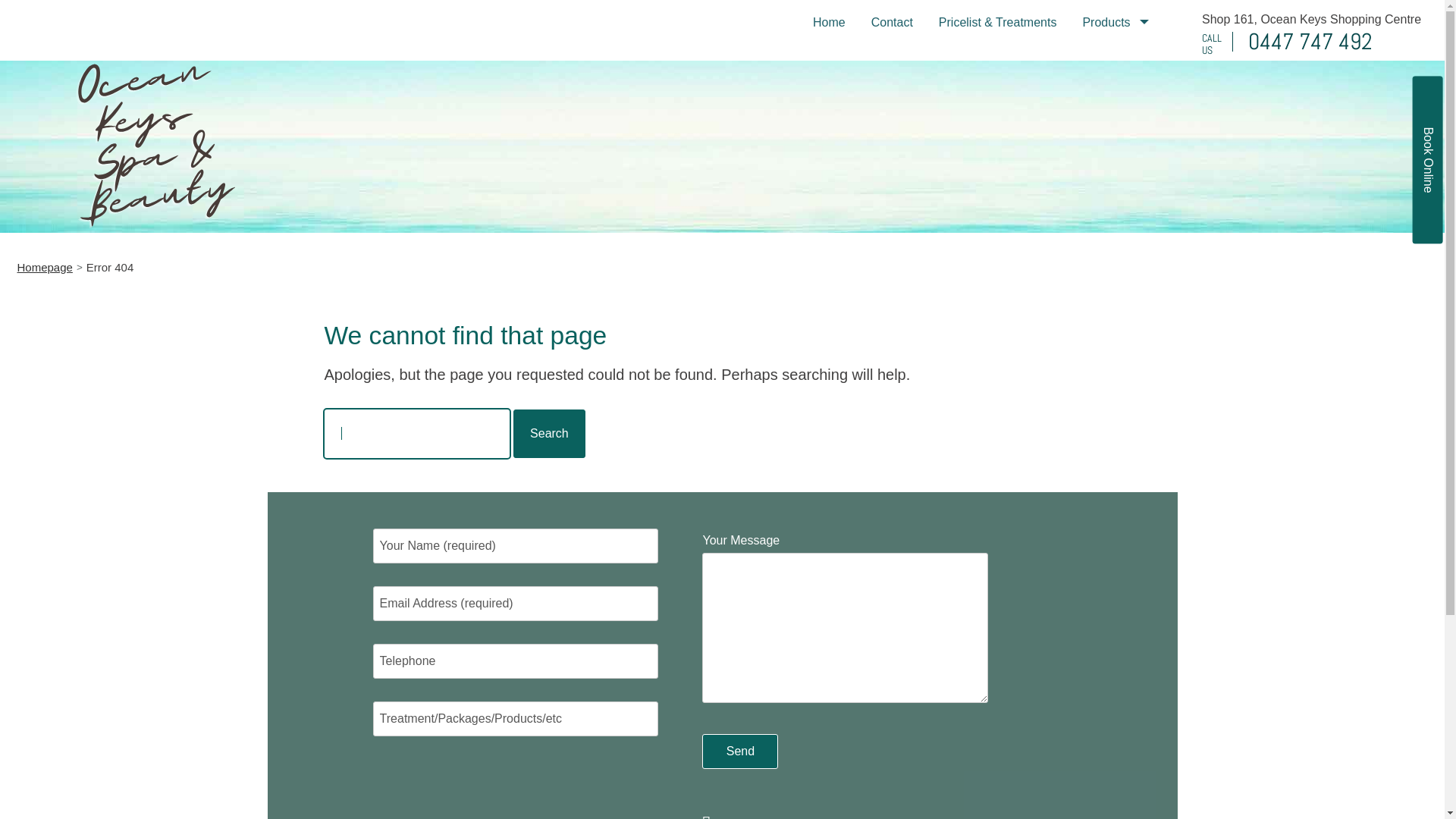 Image resolution: width=1456 pixels, height=819 pixels. I want to click on 'Pricelist & Treatments', so click(997, 22).